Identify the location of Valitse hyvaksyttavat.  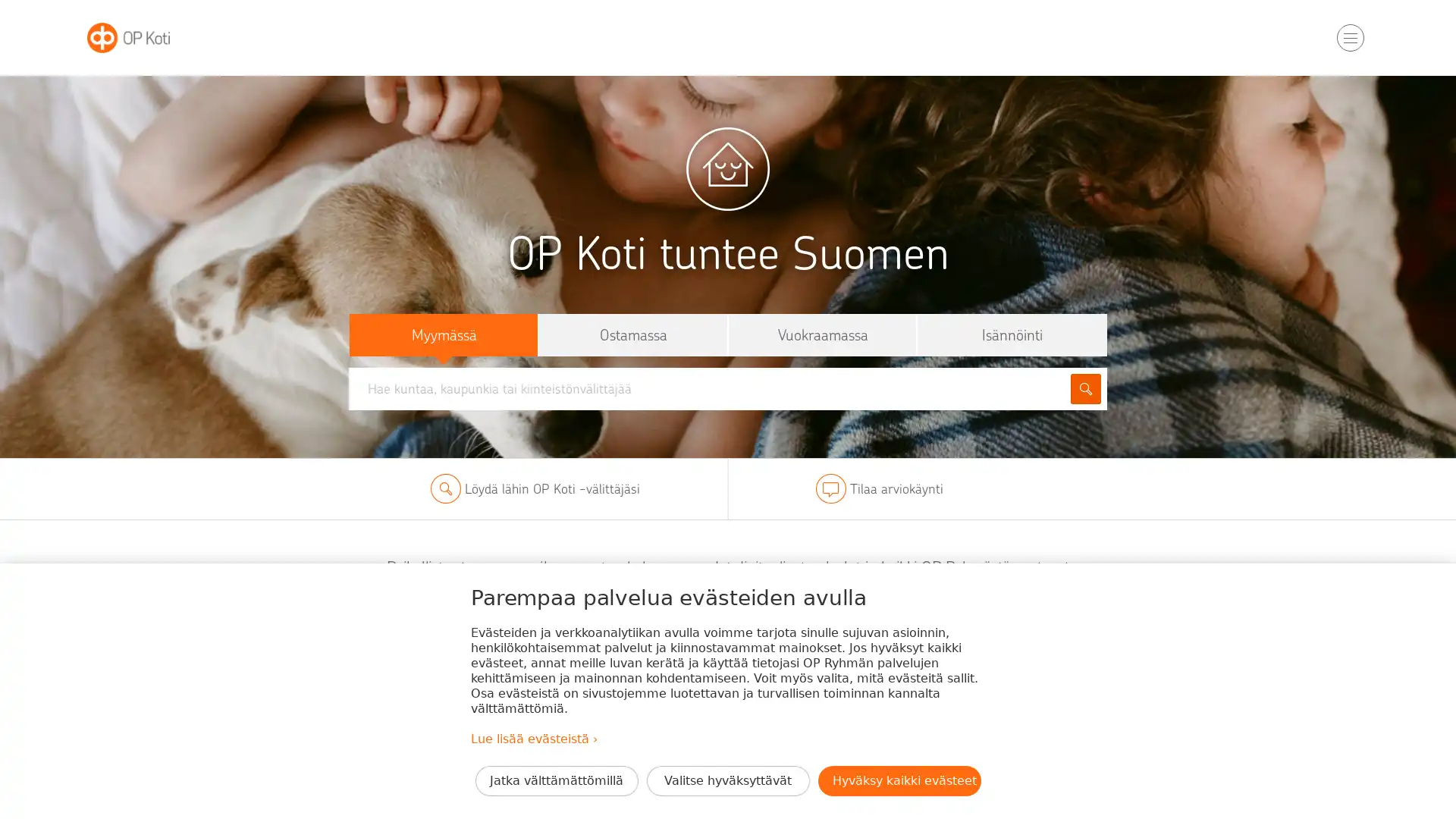
(726, 780).